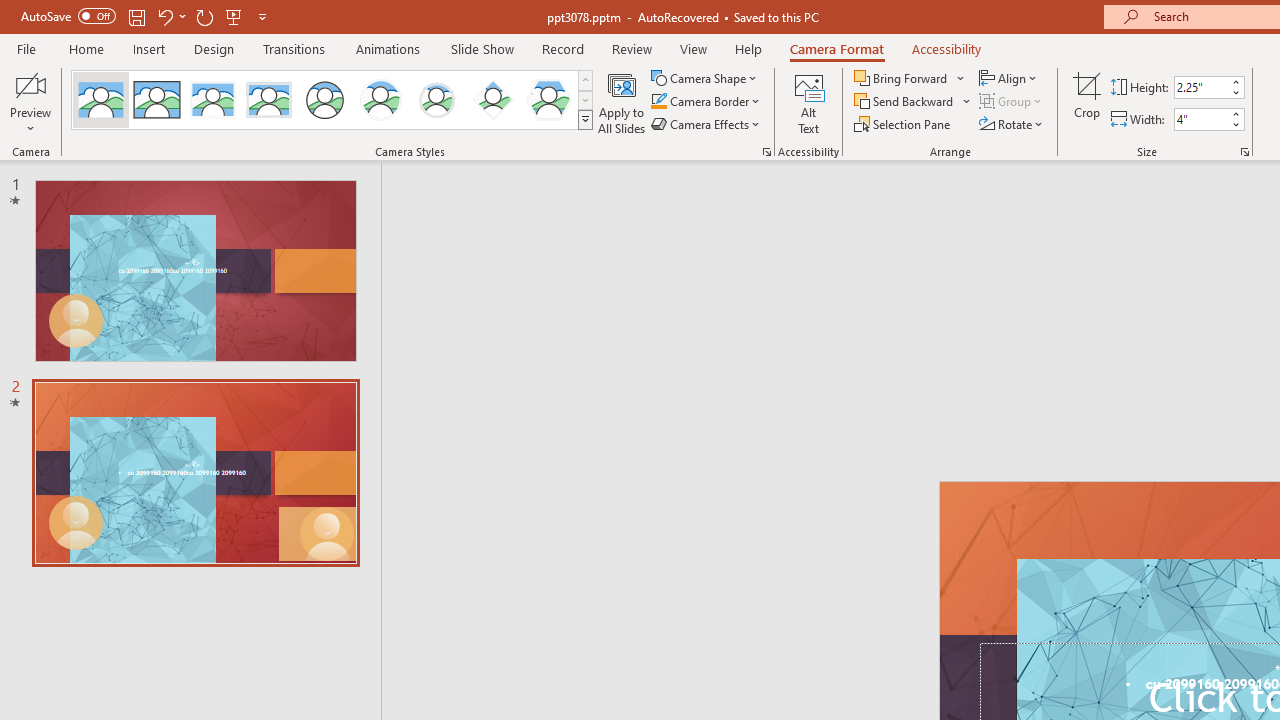 The image size is (1280, 720). What do you see at coordinates (707, 124) in the screenshot?
I see `'Camera Effects'` at bounding box center [707, 124].